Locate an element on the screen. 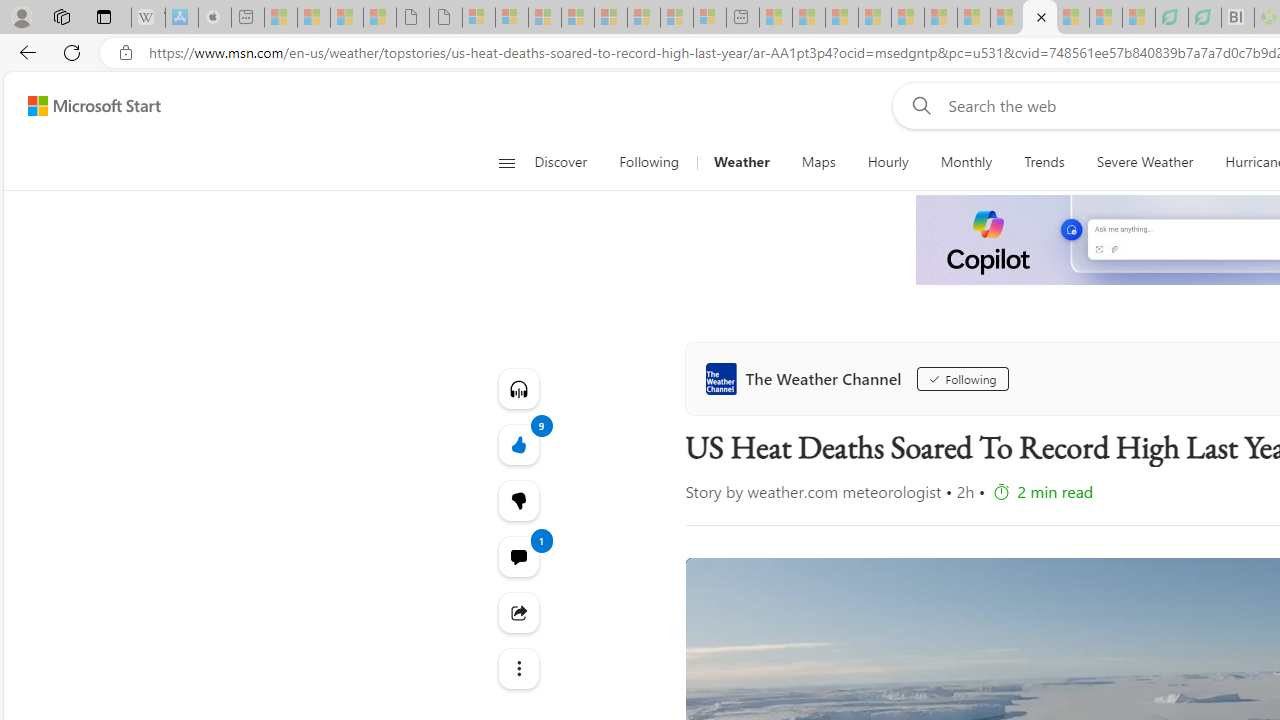 This screenshot has height=720, width=1280. 'Microsoft Services Agreement - Sleeping' is located at coordinates (512, 17).